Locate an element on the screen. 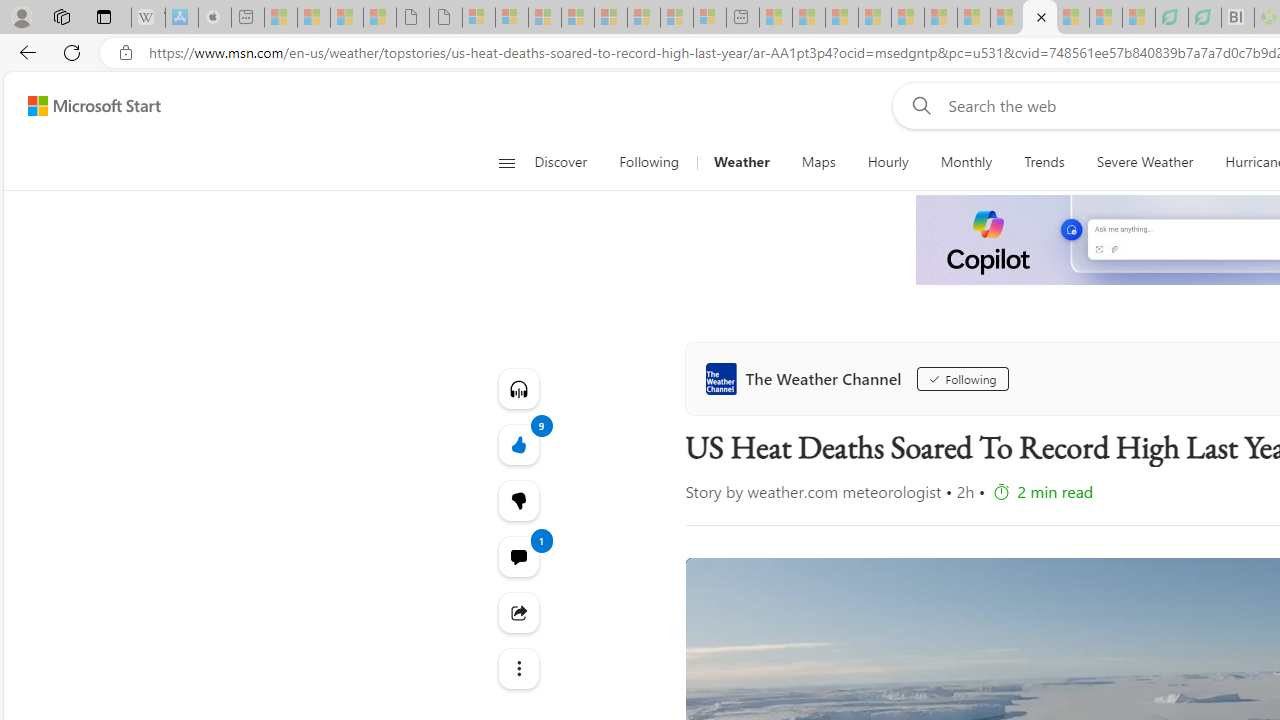 This screenshot has height=720, width=1280. 'Microsoft Services Agreement - Sleeping' is located at coordinates (512, 17).